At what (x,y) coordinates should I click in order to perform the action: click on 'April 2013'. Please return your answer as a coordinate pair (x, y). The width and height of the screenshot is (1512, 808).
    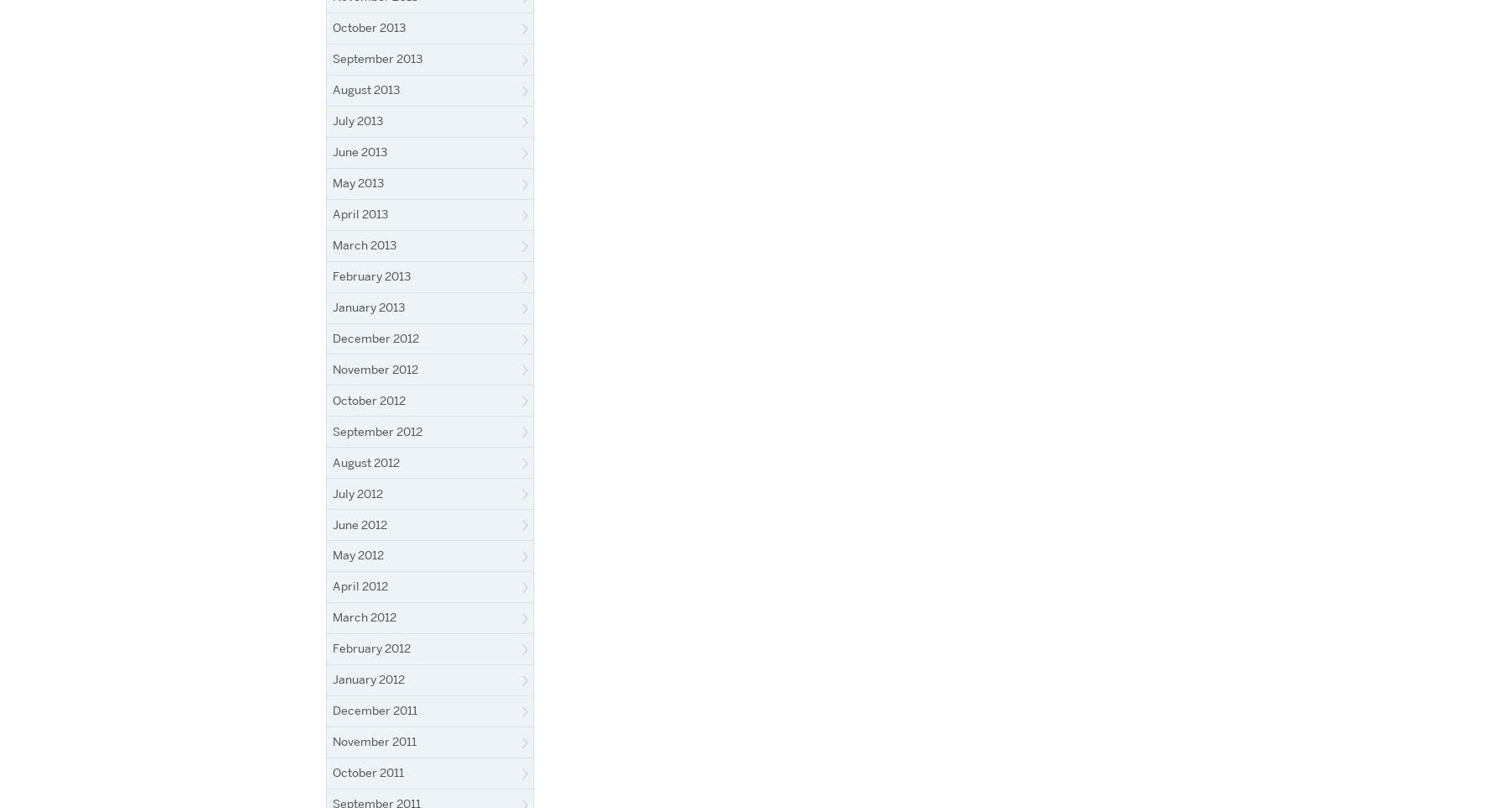
    Looking at the image, I should click on (360, 212).